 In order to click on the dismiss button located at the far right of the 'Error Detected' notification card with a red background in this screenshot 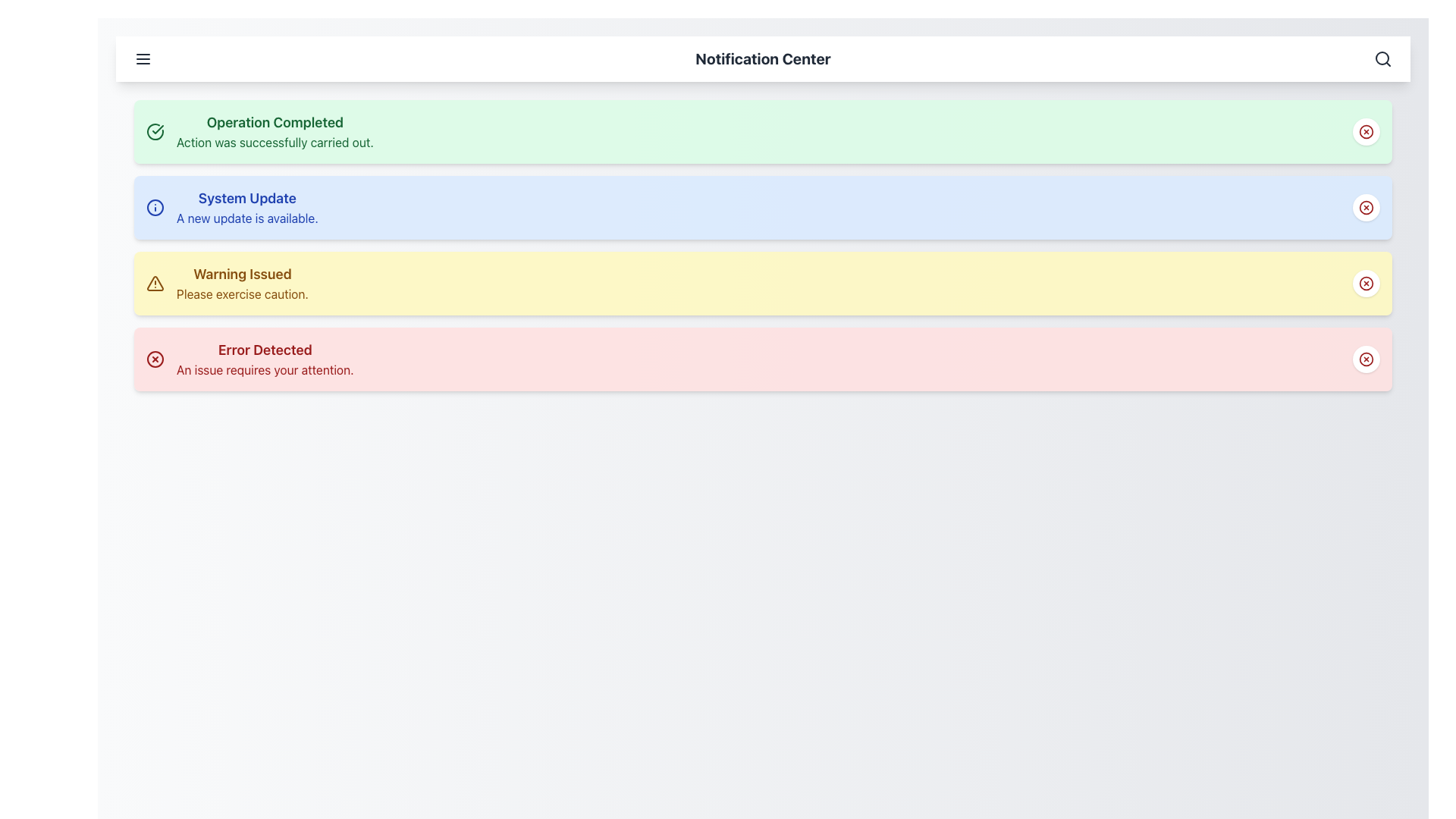, I will do `click(1366, 359)`.